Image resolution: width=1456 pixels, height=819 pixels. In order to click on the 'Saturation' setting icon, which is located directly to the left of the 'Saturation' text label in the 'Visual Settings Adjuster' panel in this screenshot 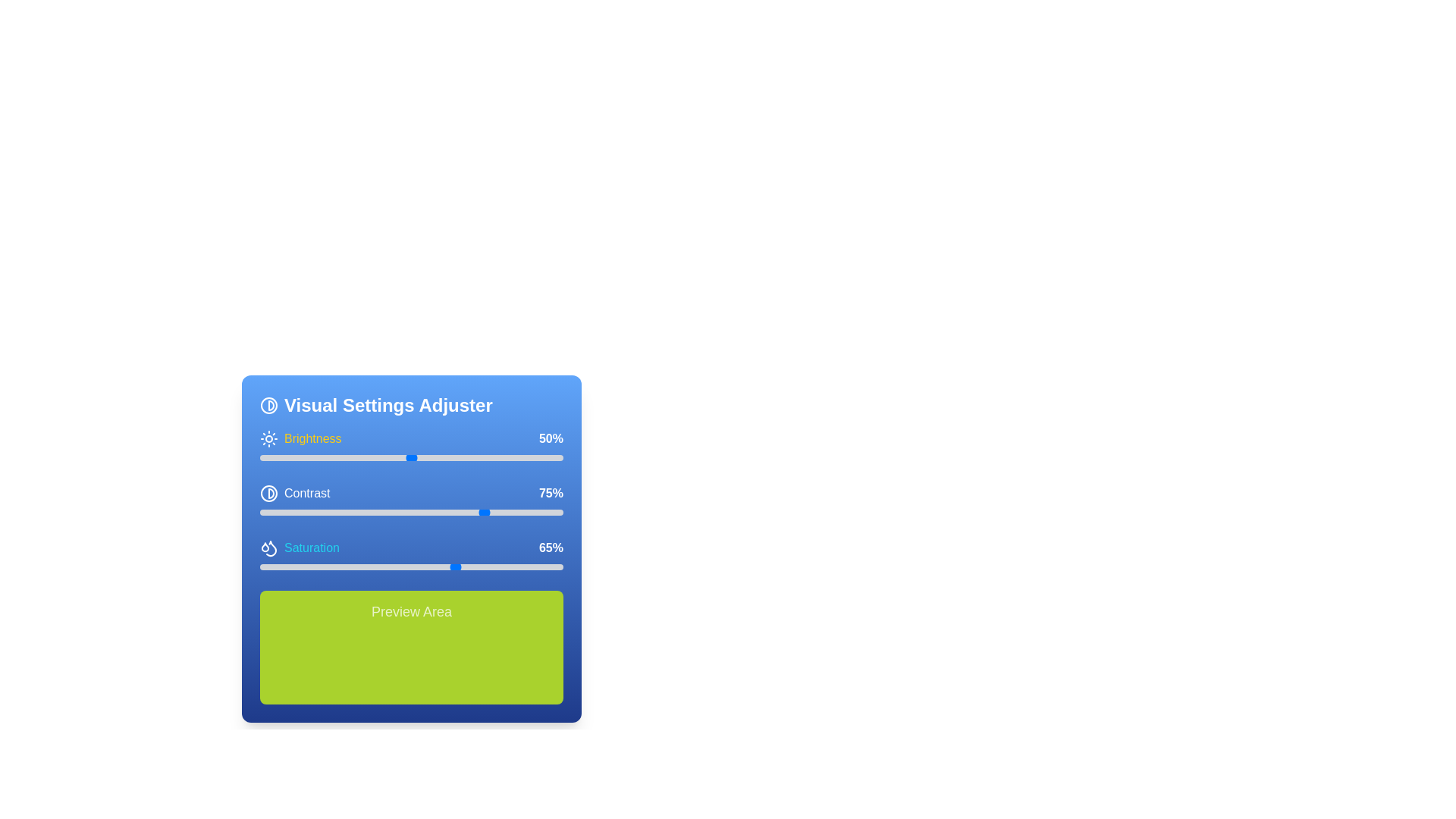, I will do `click(269, 548)`.